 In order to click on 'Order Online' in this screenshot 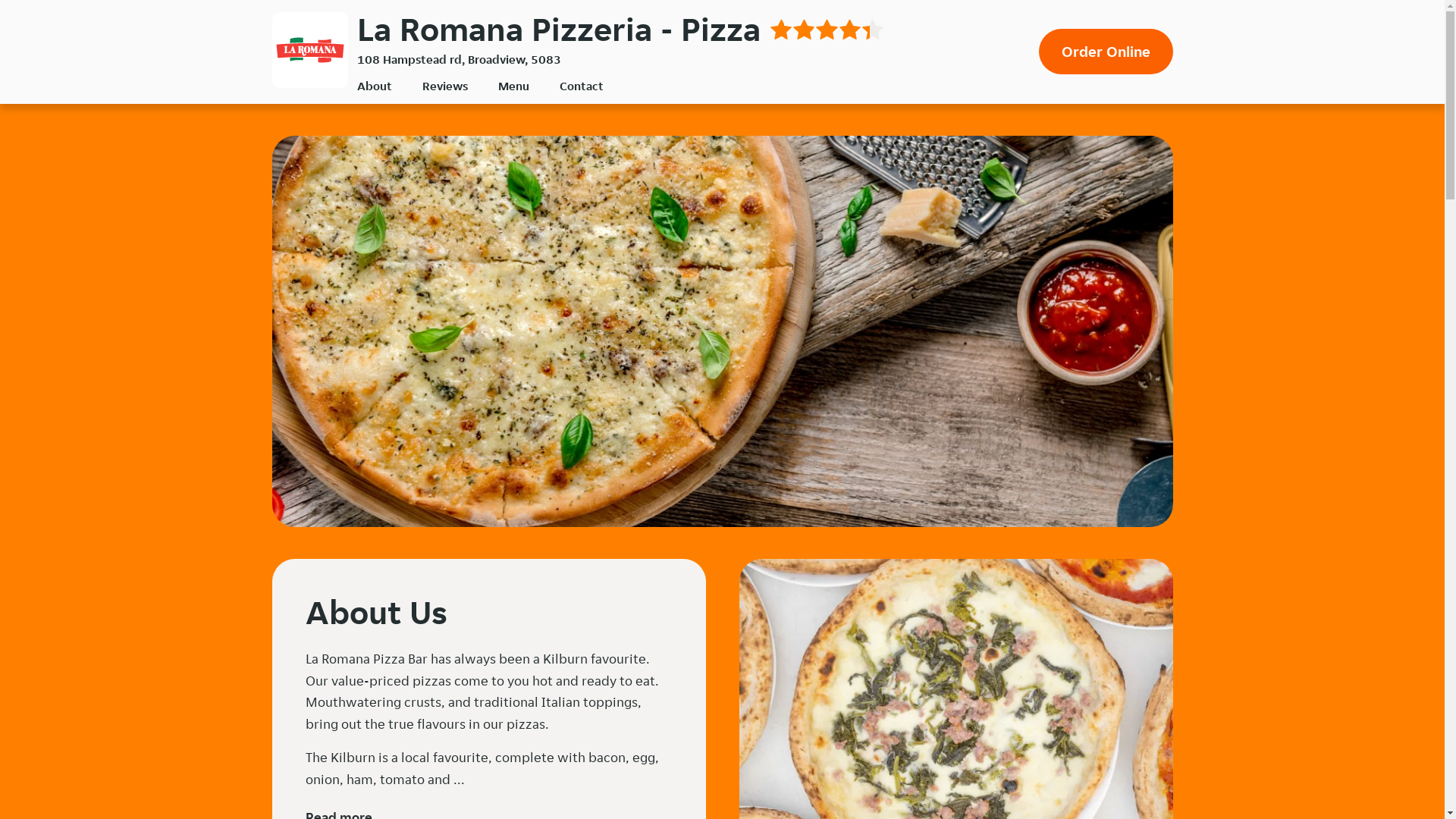, I will do `click(1106, 51)`.